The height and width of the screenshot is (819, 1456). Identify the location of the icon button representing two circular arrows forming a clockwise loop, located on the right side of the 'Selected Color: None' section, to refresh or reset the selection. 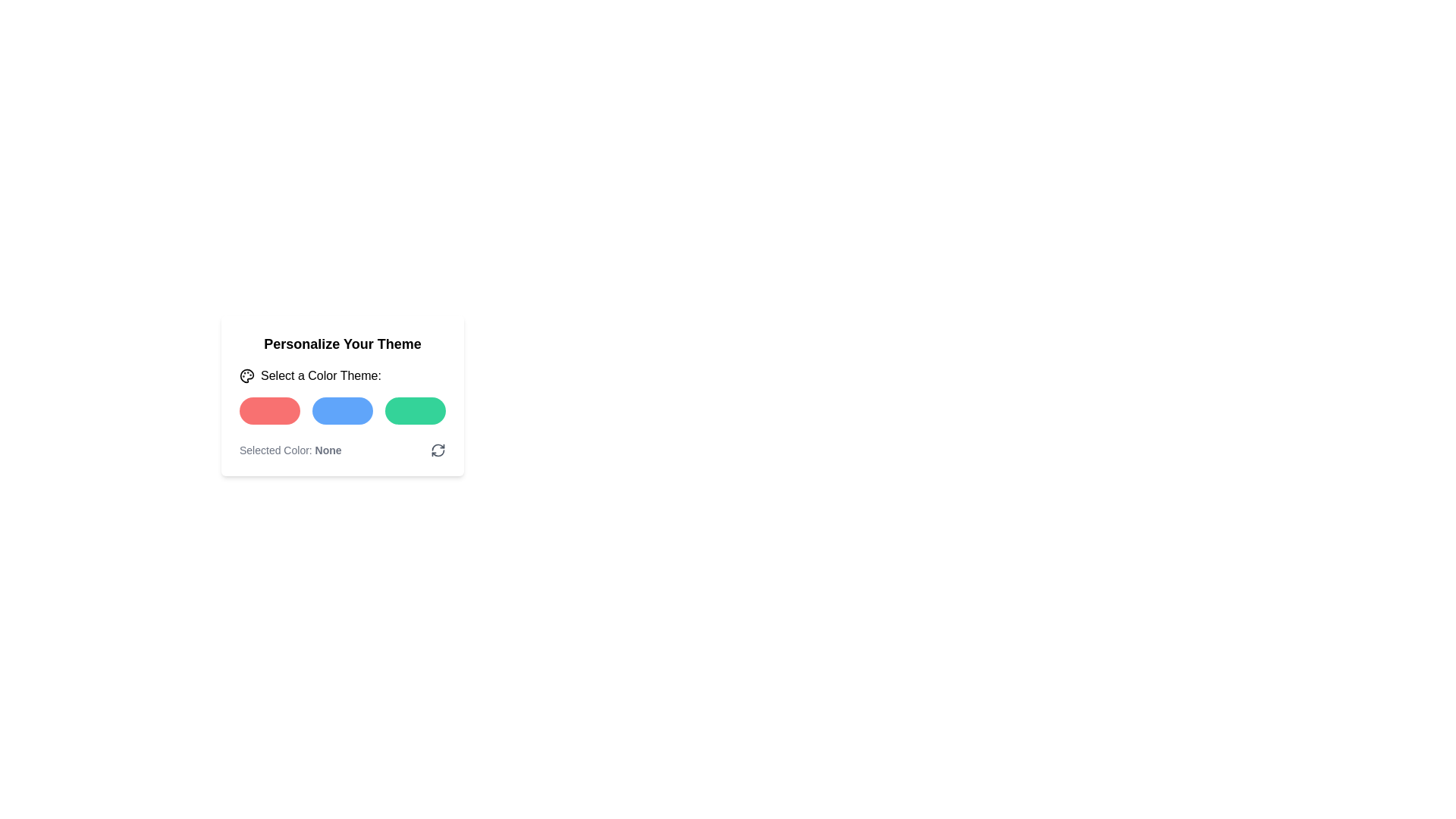
(437, 450).